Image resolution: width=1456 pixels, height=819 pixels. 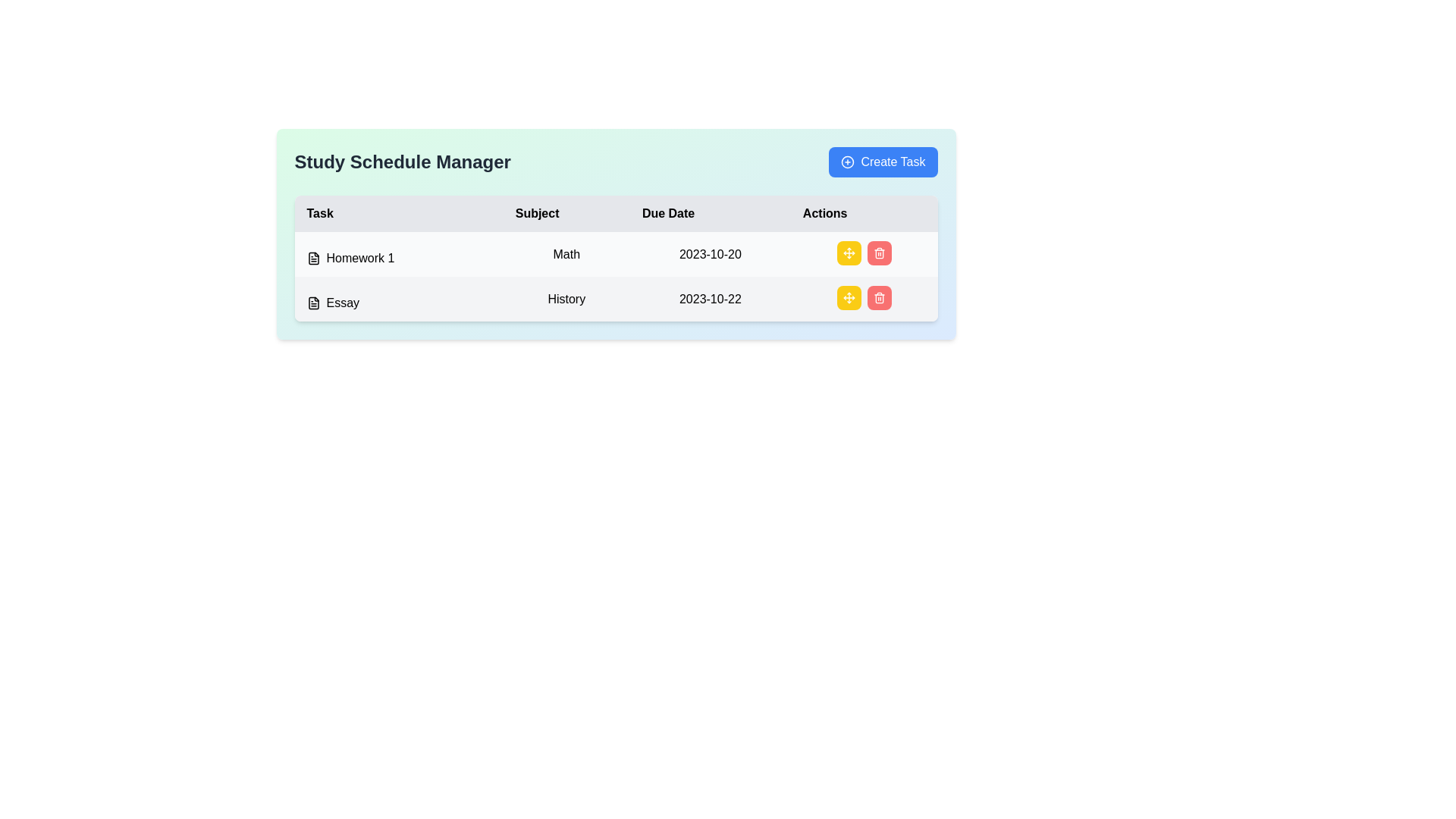 What do you see at coordinates (848, 298) in the screenshot?
I see `the yellow circular icon button in the 'Actions' column of the second row in the 'Study Schedule Manager' table to modify task placement` at bounding box center [848, 298].